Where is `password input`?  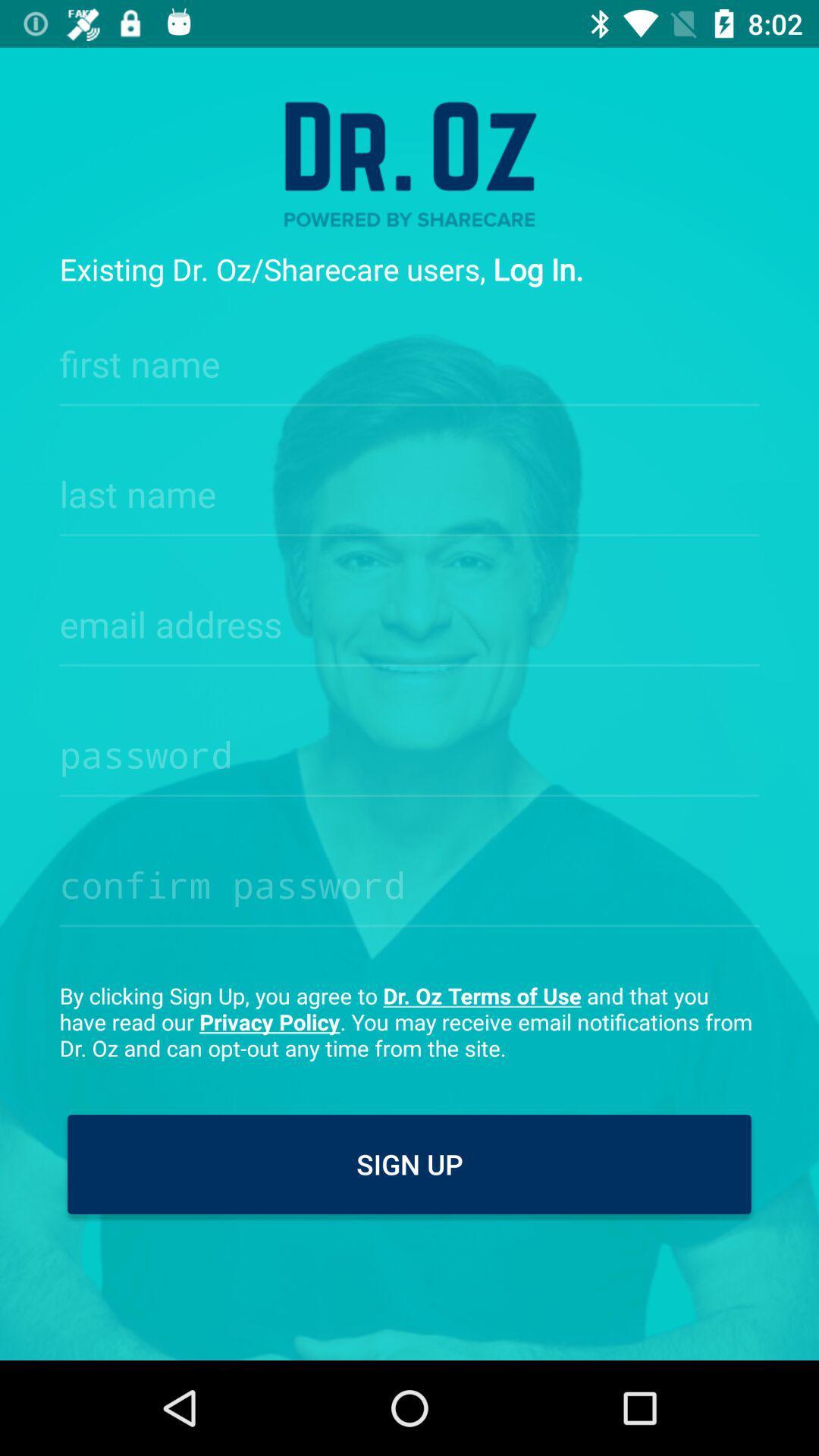
password input is located at coordinates (409, 750).